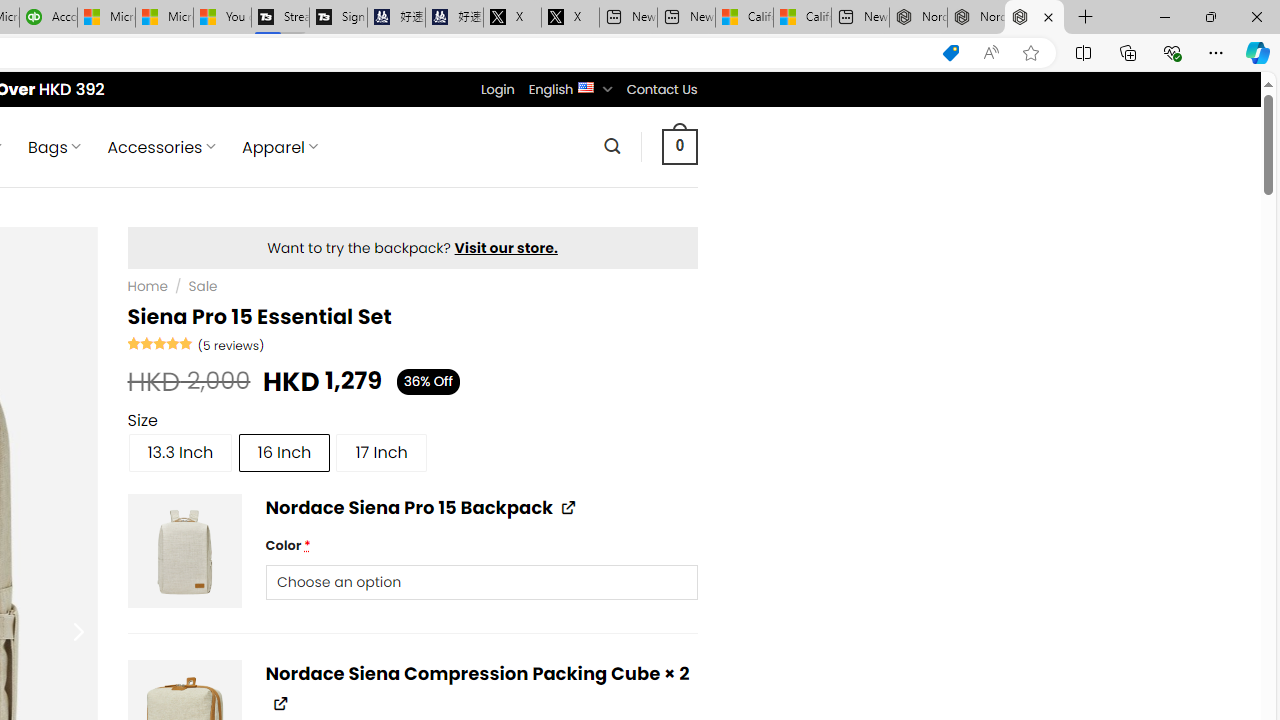 This screenshot has height=720, width=1280. Describe the element at coordinates (202, 286) in the screenshot. I see `'Sale'` at that location.